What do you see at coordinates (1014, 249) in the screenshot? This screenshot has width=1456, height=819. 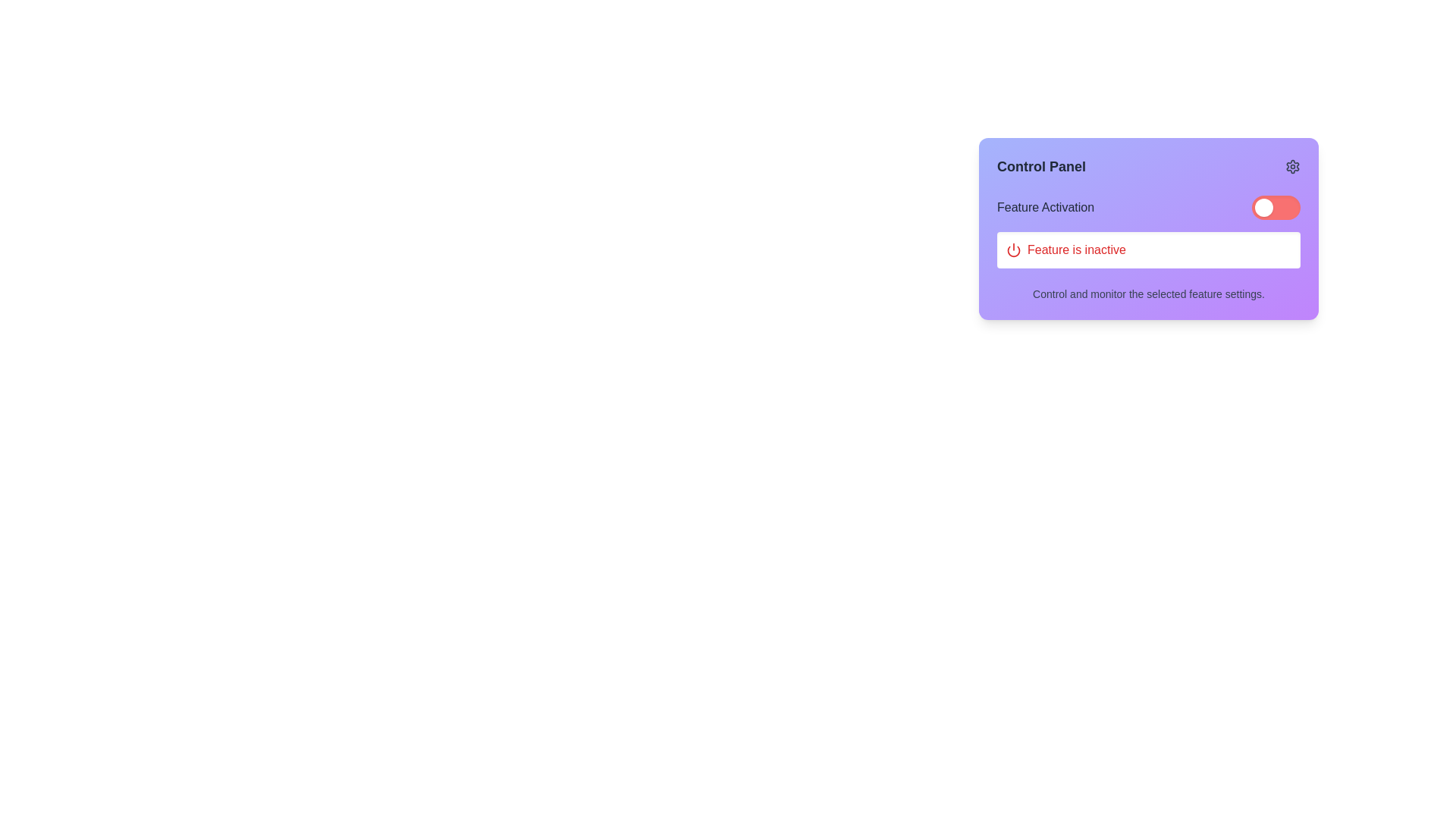 I see `the icon indicating the 'Feature is inactive' status, which is positioned at the start of the associated label within the message box` at bounding box center [1014, 249].